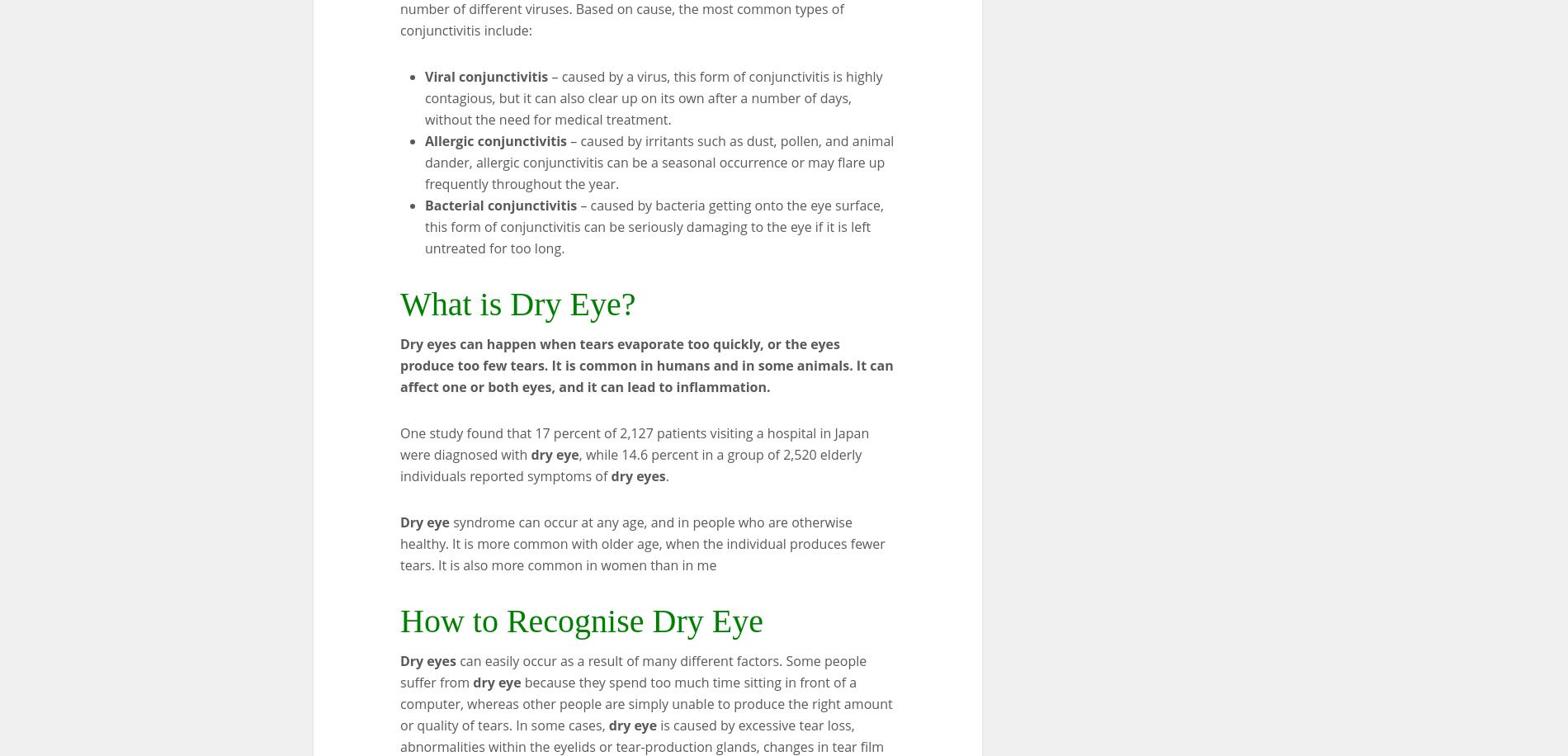 The height and width of the screenshot is (756, 1568). I want to click on 'Viral conjunctivitis', so click(486, 74).